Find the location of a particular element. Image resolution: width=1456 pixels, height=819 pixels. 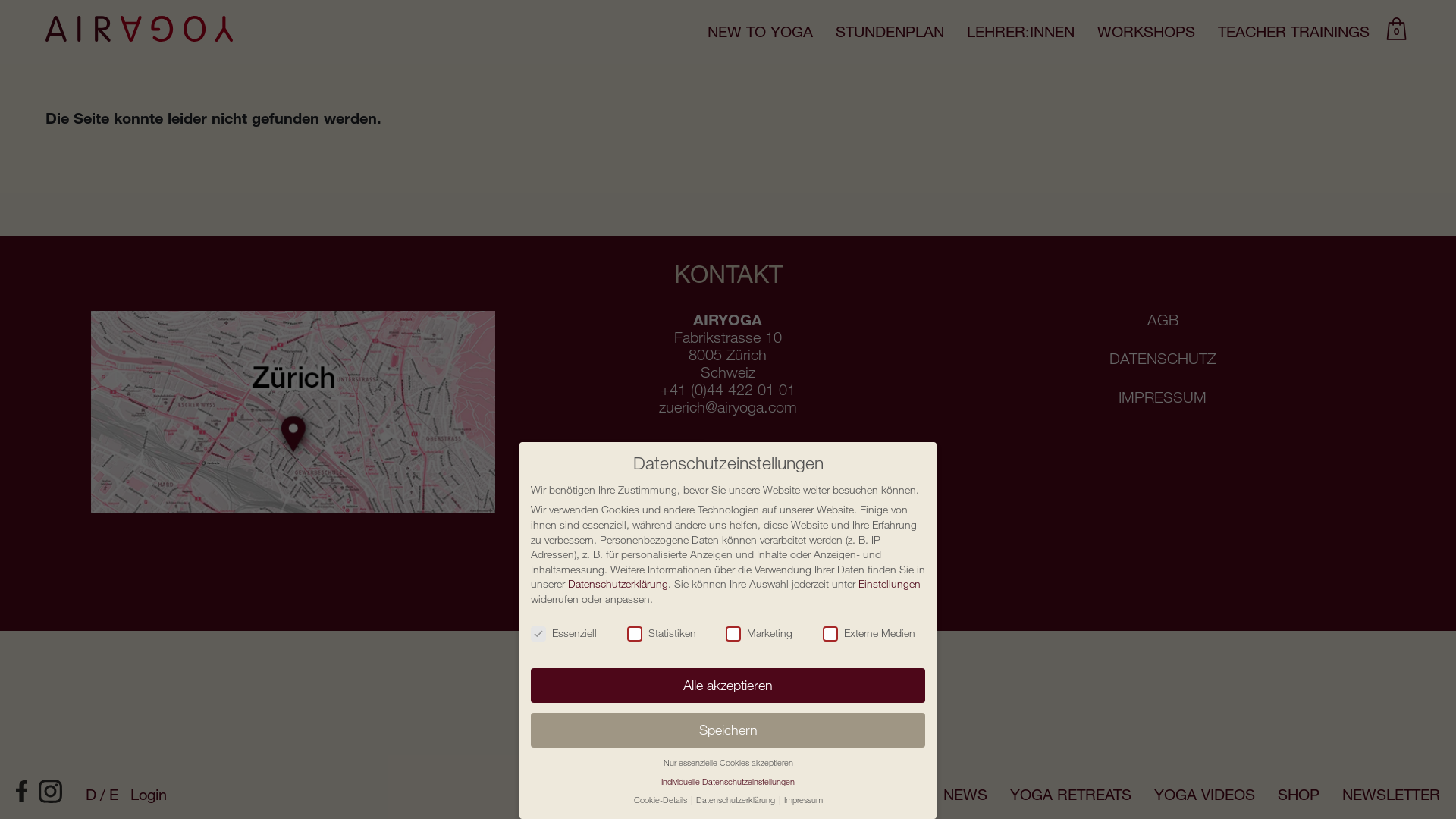

'Impressum' is located at coordinates (802, 799).